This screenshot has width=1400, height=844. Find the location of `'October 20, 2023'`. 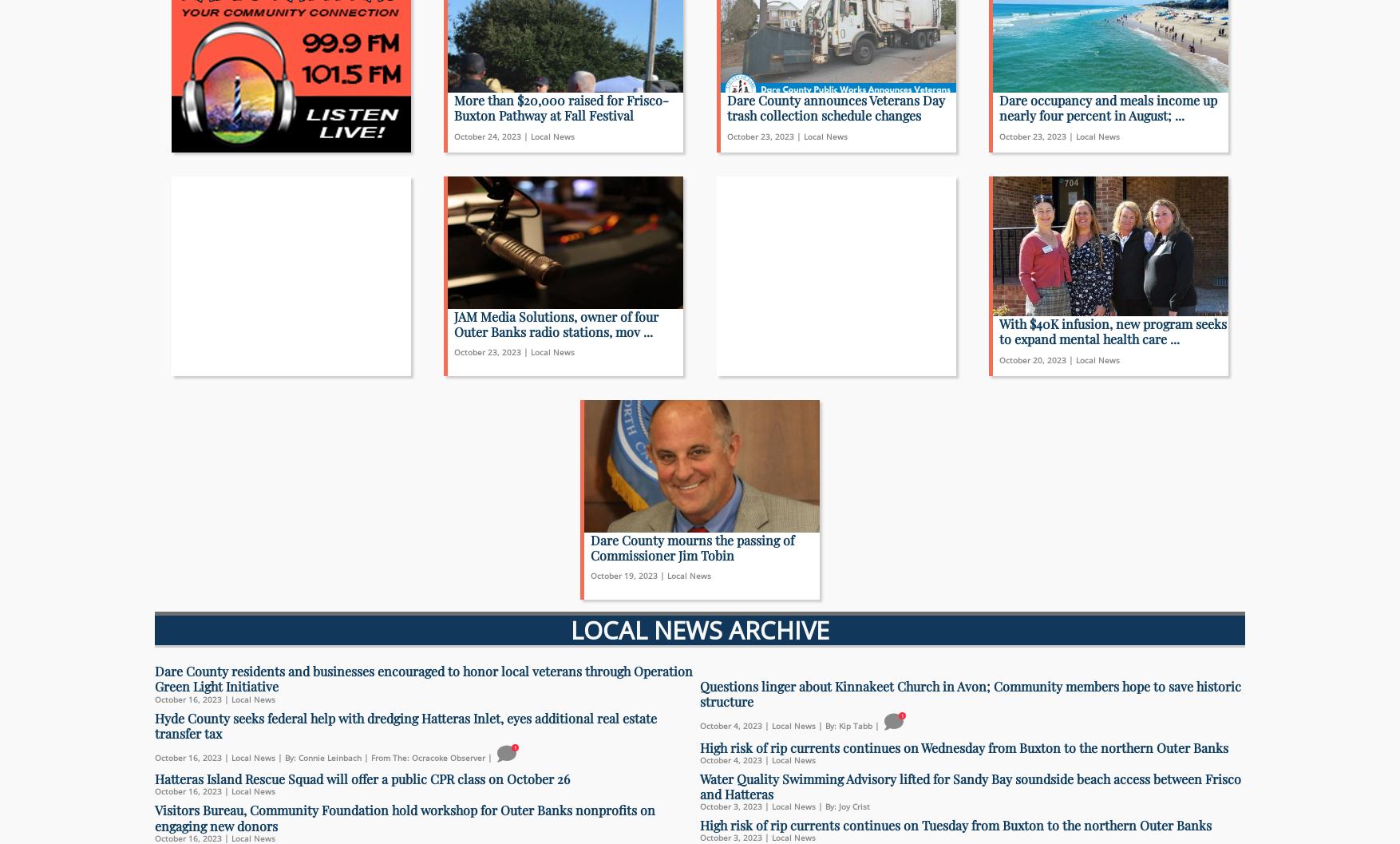

'October 20, 2023' is located at coordinates (1032, 358).